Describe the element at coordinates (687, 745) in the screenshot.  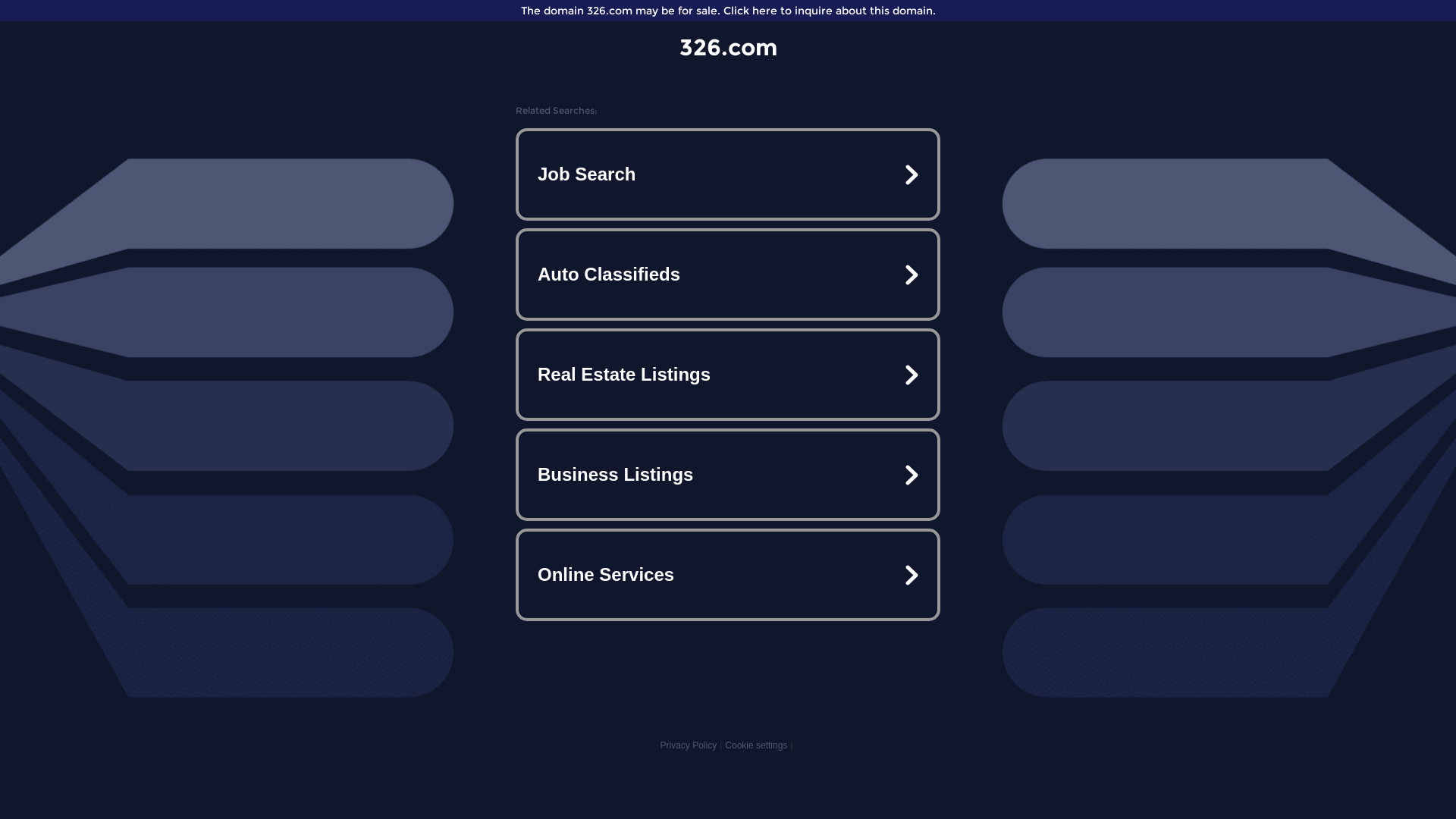
I see `'Privacy Policy'` at that location.